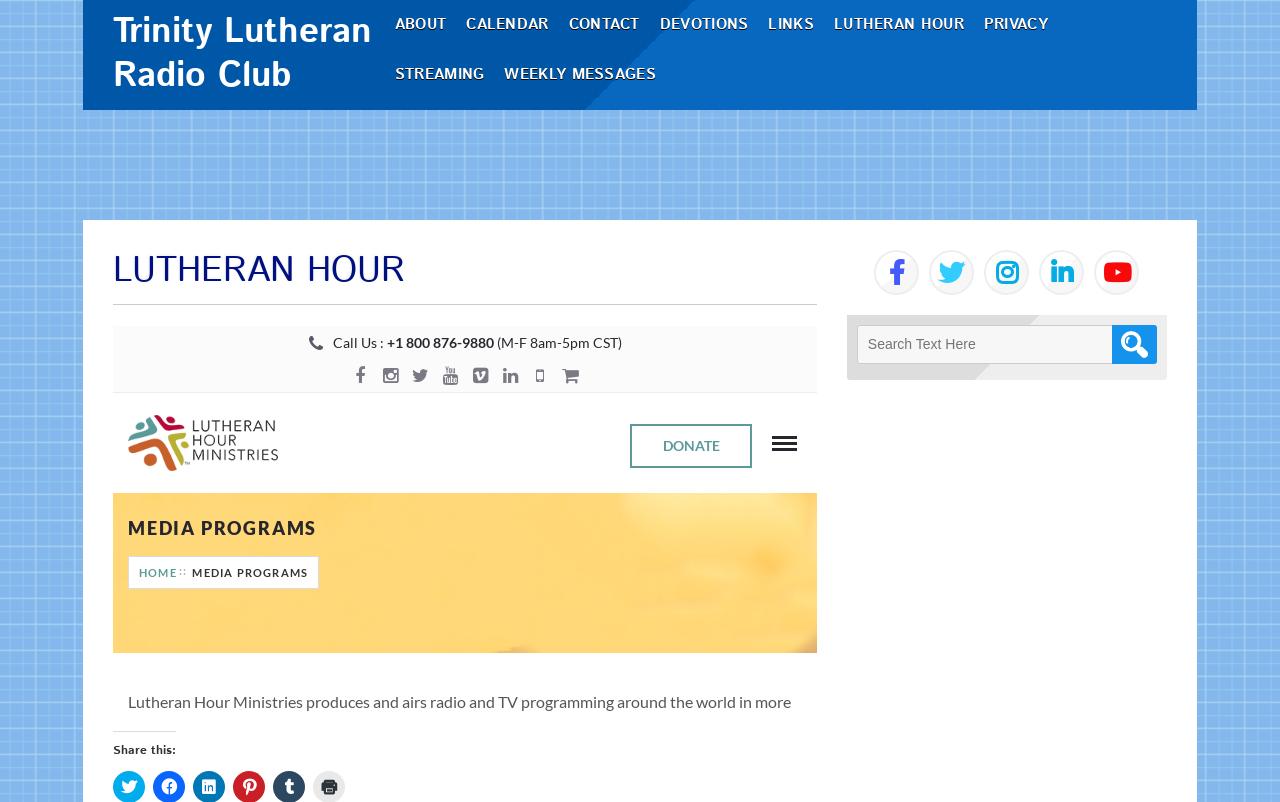  I want to click on 'About', so click(426, 78).